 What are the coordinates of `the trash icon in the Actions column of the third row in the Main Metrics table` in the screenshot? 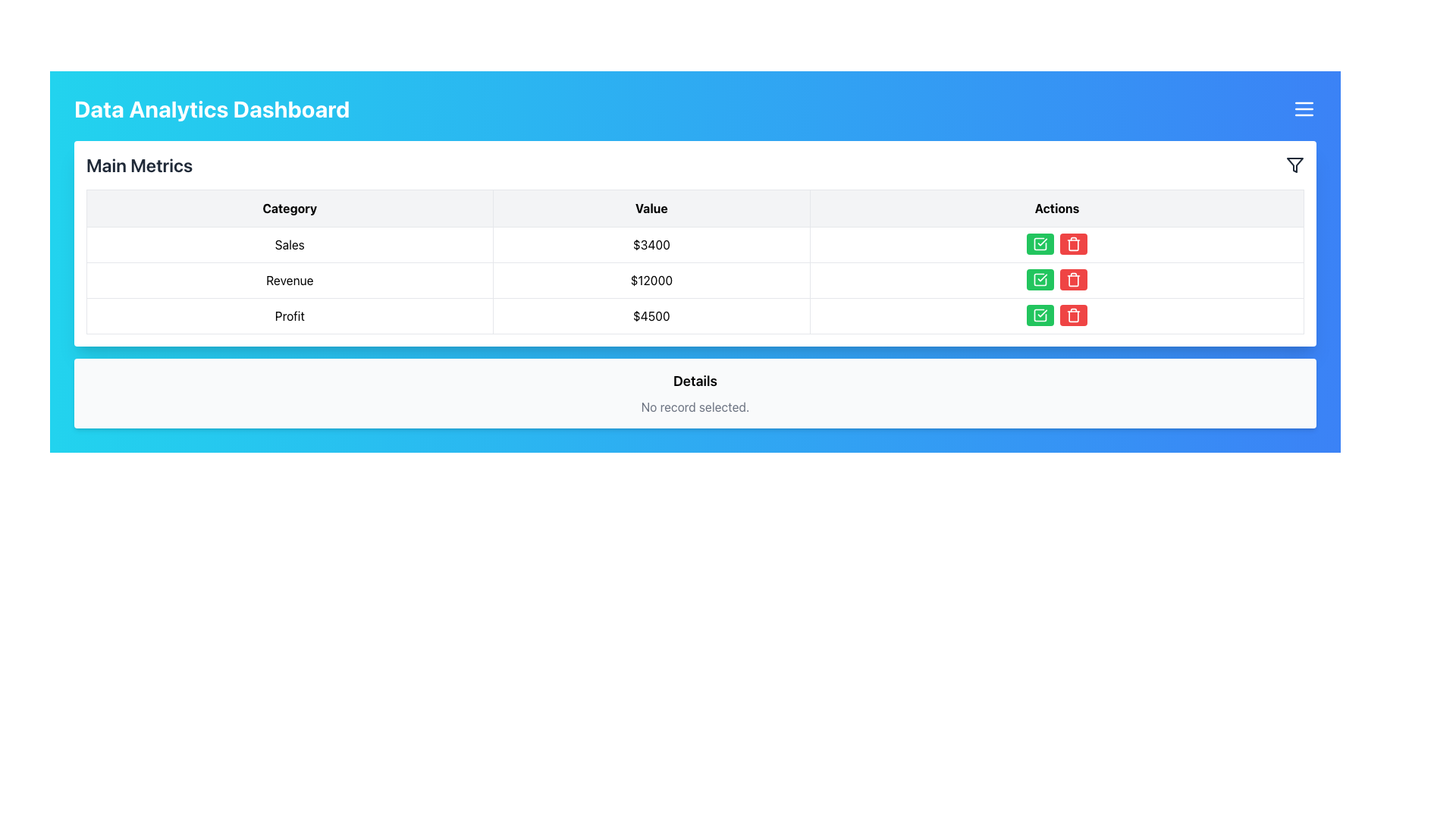 It's located at (1073, 280).